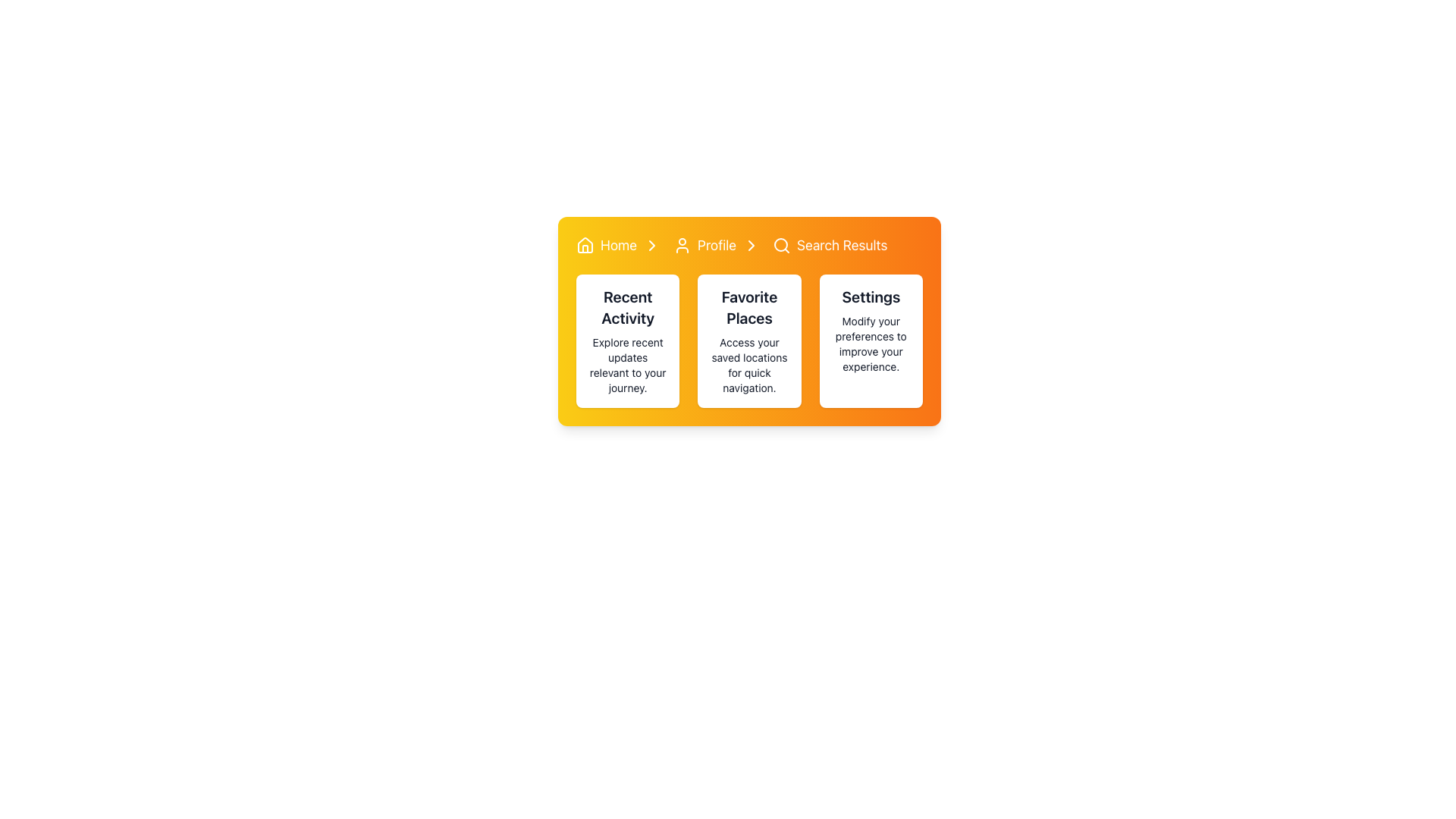  Describe the element at coordinates (782, 245) in the screenshot. I see `the search icon located to the left of the 'Search Results' text in the top-right section of the interface` at that location.